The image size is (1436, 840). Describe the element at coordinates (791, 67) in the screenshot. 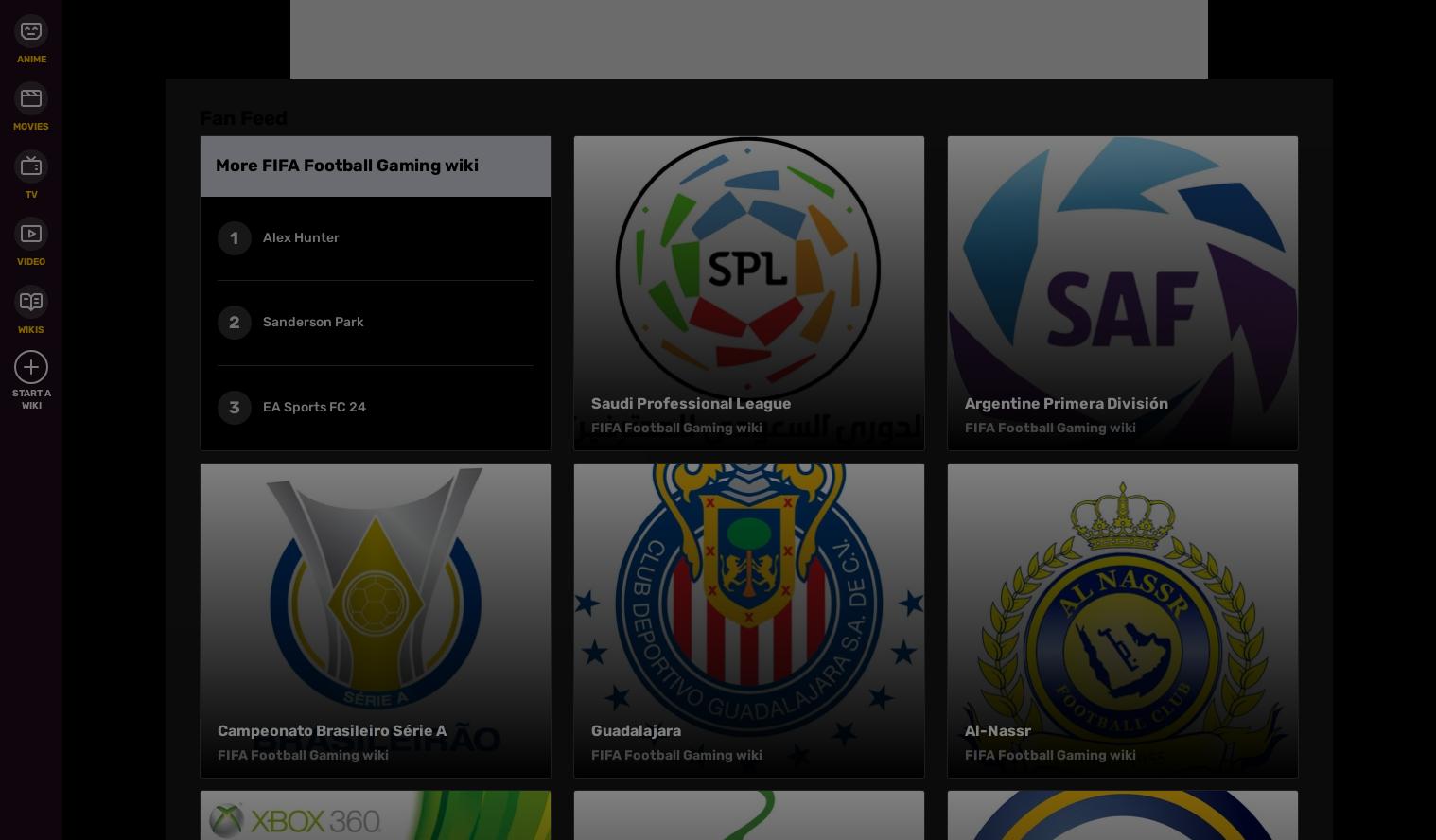

I see `'Advertise'` at that location.